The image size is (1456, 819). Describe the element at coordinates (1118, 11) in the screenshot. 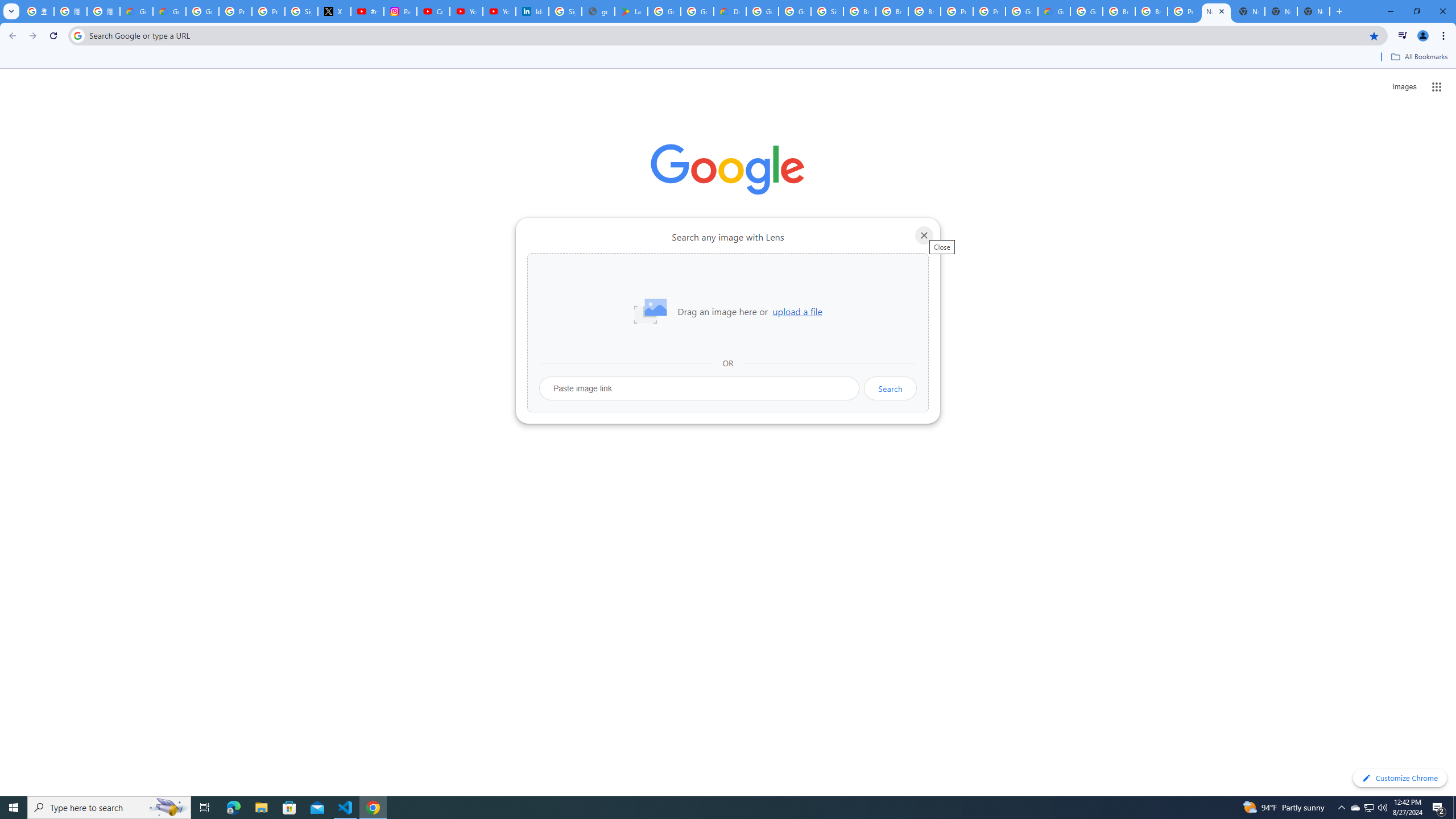

I see `'Browse Chrome as a guest - Computer - Google Chrome Help'` at that location.